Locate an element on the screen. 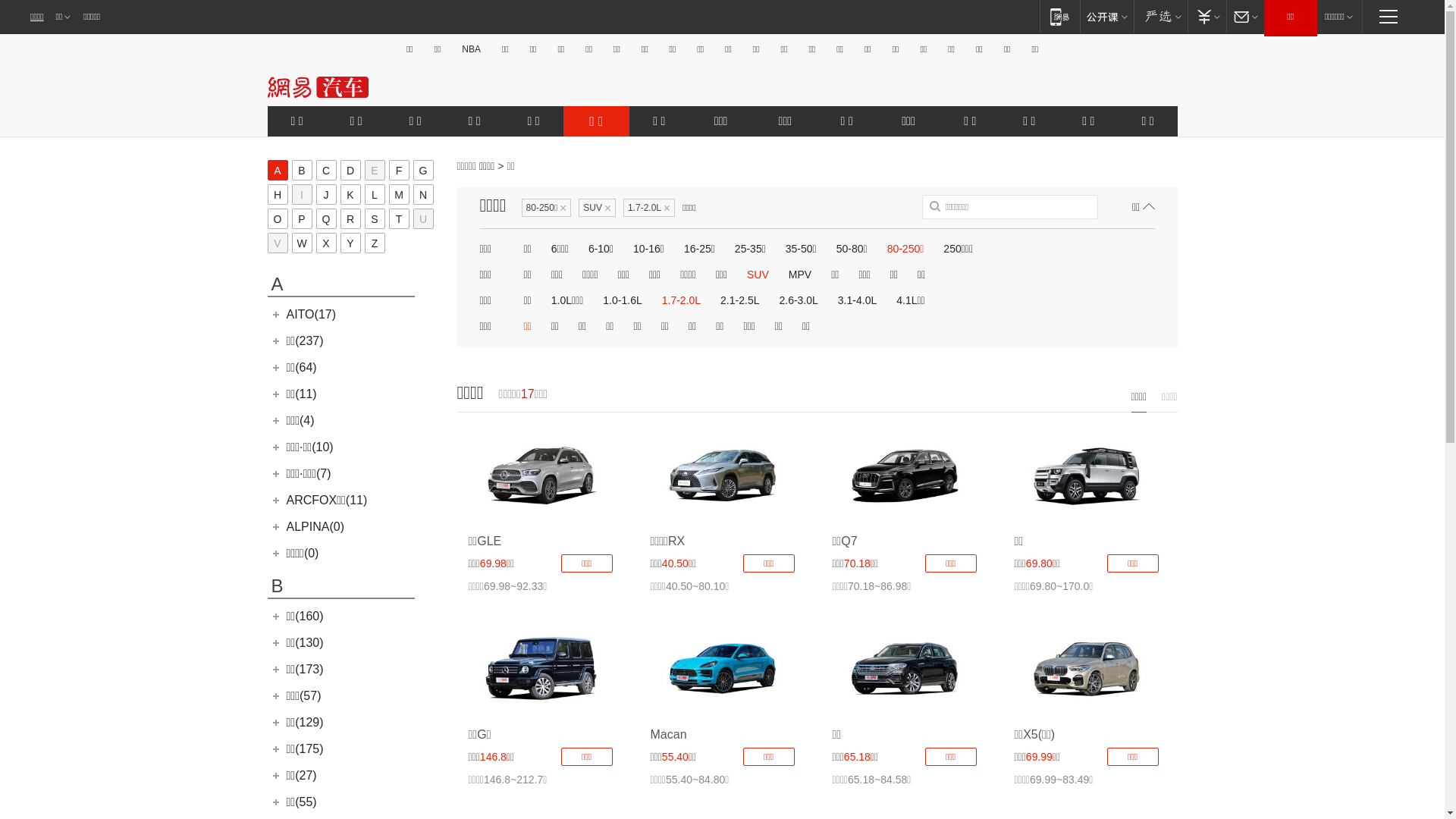 The height and width of the screenshot is (819, 1456). 'Y' is located at coordinates (349, 242).